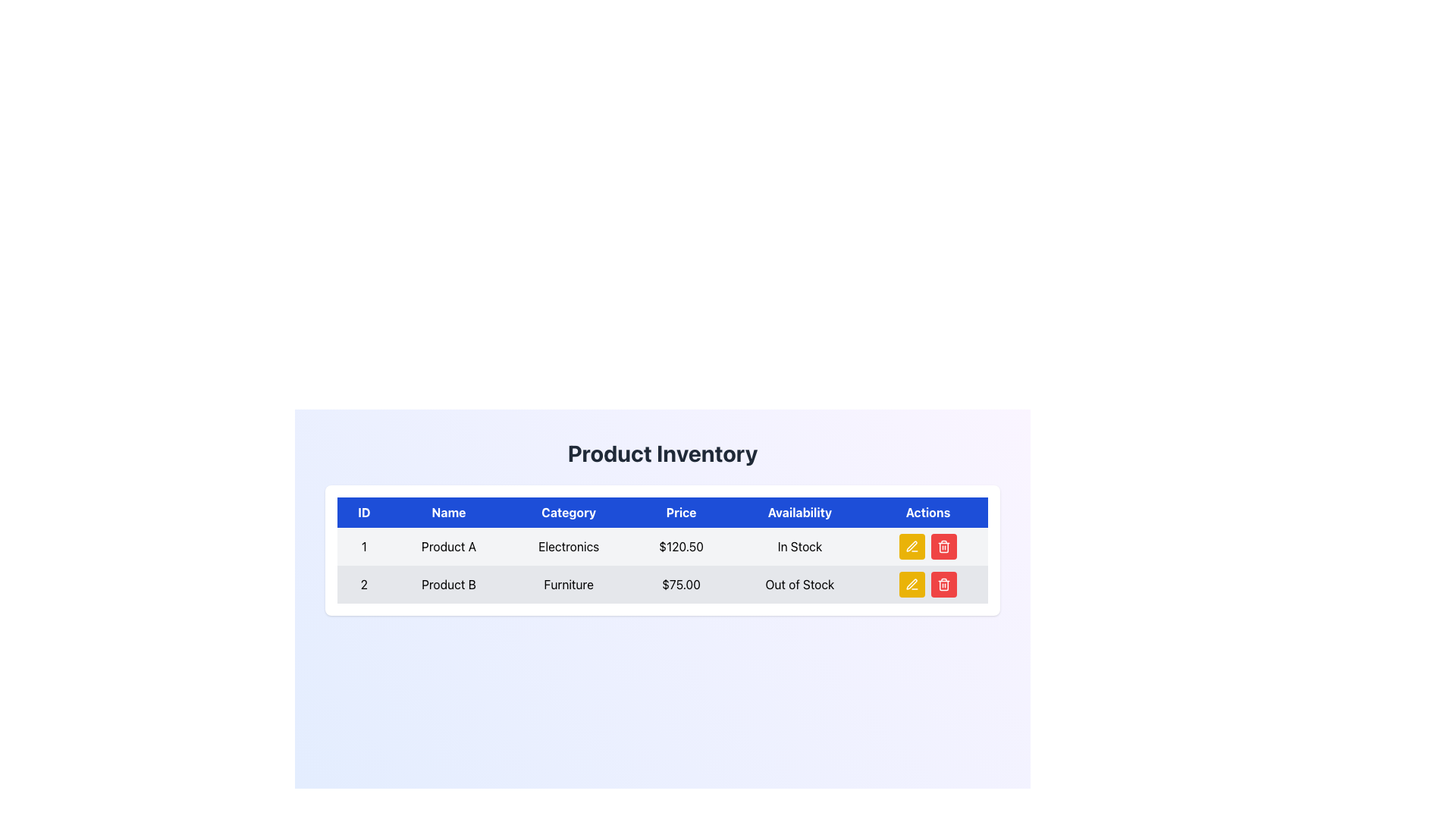 Image resolution: width=1456 pixels, height=819 pixels. Describe the element at coordinates (911, 547) in the screenshot. I see `the edit button associated with 'Product A' in the 'Actions' column of the table` at that location.